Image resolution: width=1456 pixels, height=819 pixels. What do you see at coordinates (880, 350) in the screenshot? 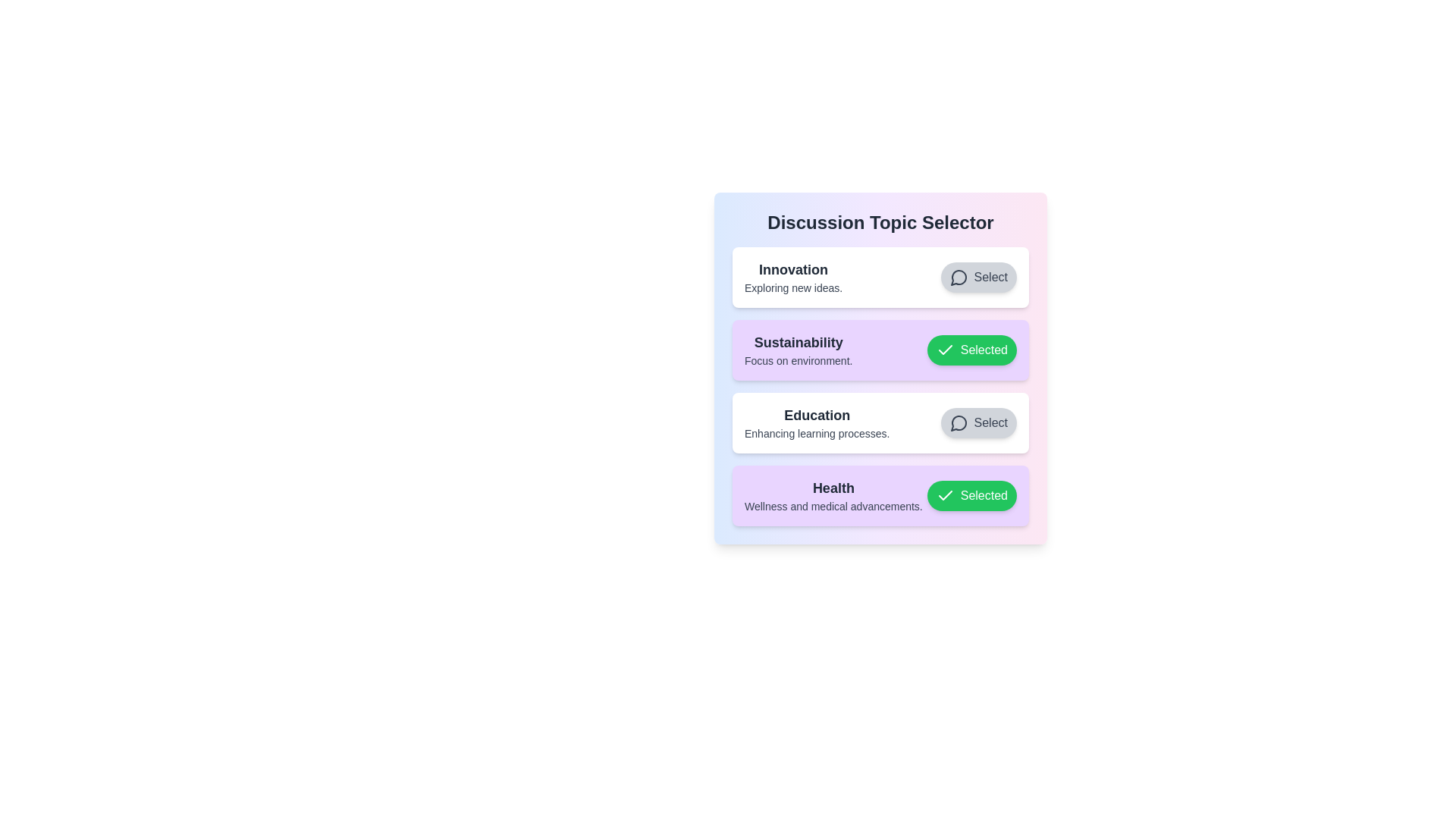
I see `the topic Sustainability to trigger the scaling effect` at bounding box center [880, 350].